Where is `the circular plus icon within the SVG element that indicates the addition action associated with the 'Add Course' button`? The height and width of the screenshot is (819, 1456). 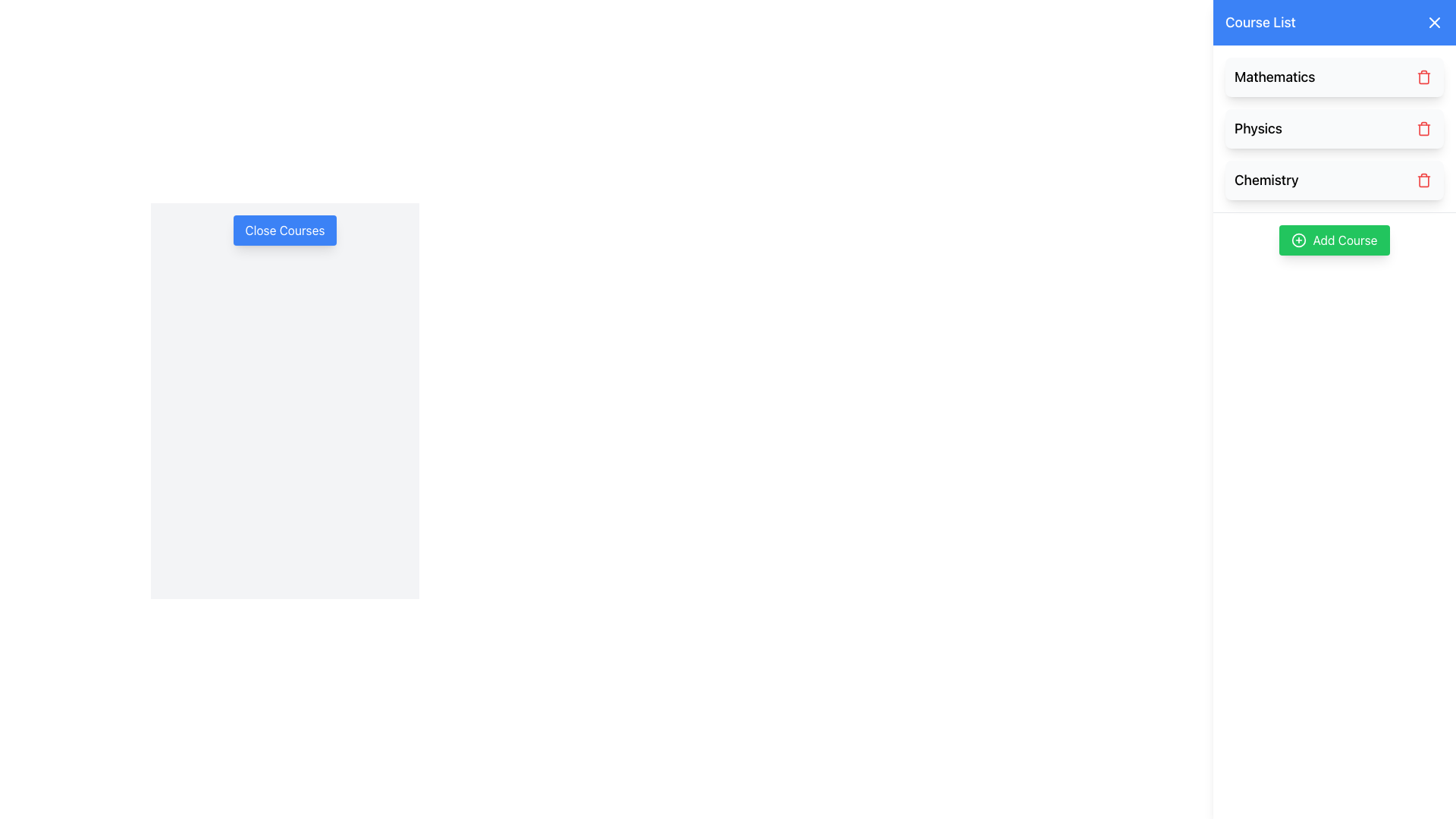 the circular plus icon within the SVG element that indicates the addition action associated with the 'Add Course' button is located at coordinates (1298, 239).